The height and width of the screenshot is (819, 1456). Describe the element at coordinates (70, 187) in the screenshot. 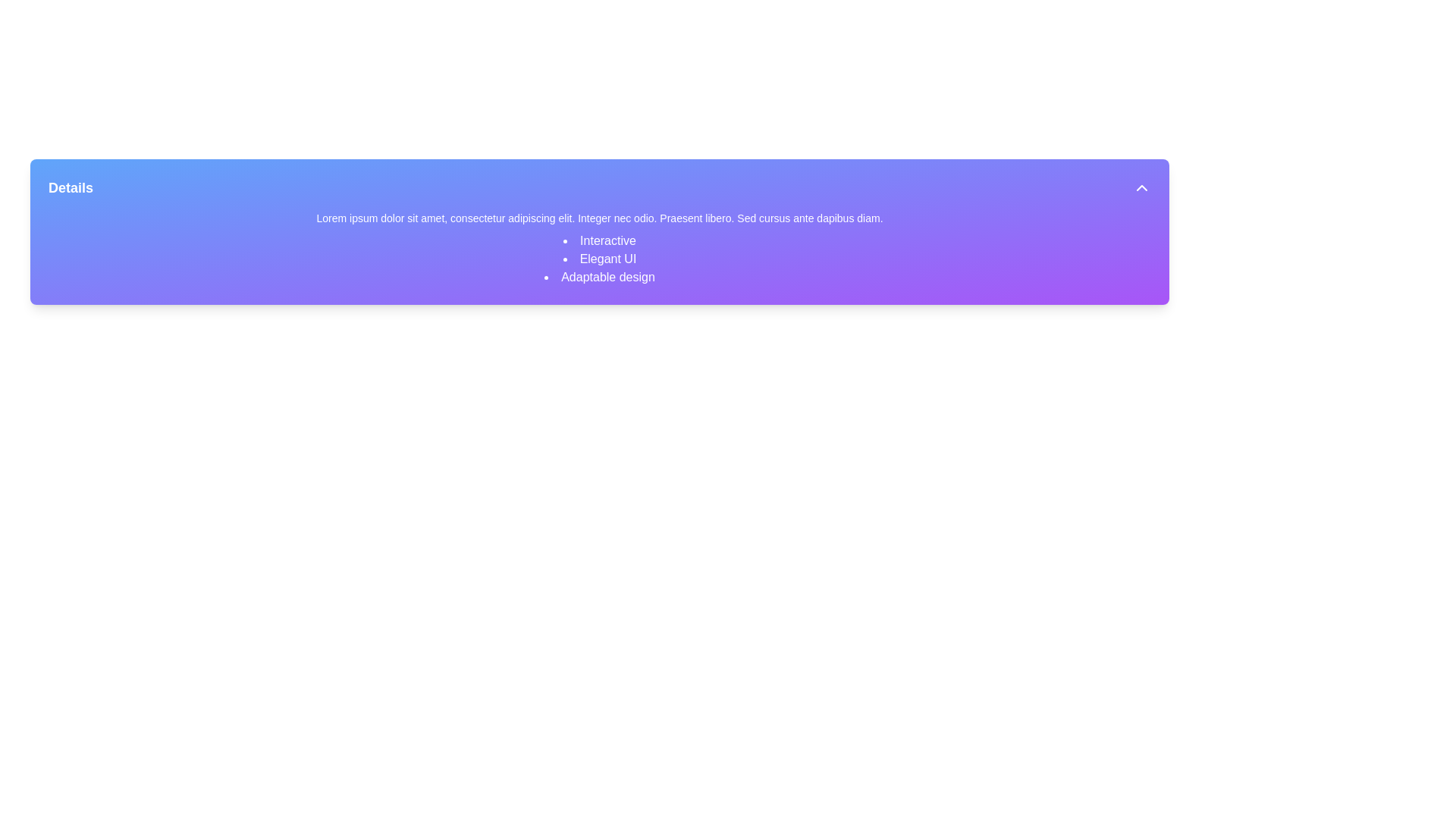

I see `the 'Details' text label, which is styled with a bold font and located at the left edge of a gradient-colored section` at that location.